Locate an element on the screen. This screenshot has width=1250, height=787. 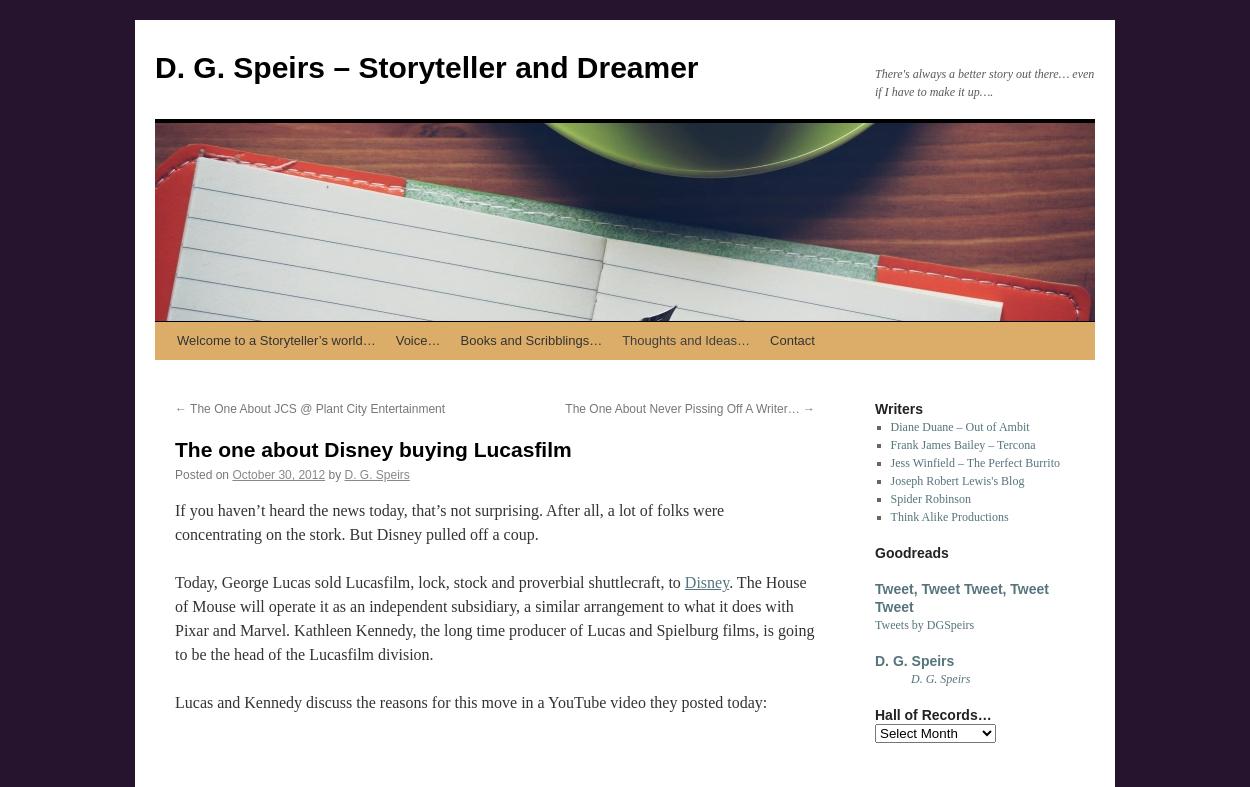
'The One About Never Pissing Off A Writer…' is located at coordinates (564, 409).